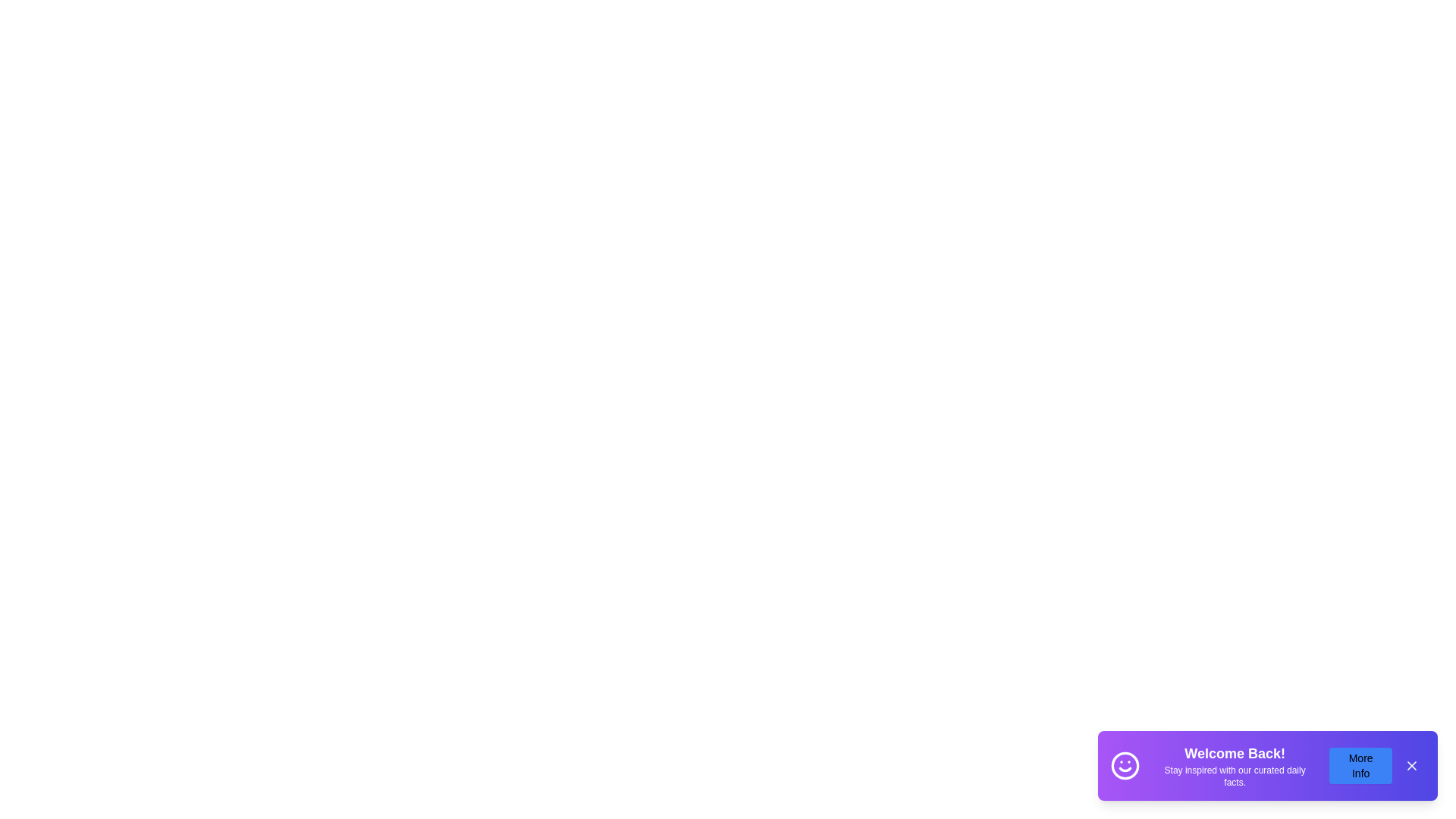 This screenshot has height=819, width=1456. Describe the element at coordinates (1360, 766) in the screenshot. I see `'More Info' button to access additional details` at that location.